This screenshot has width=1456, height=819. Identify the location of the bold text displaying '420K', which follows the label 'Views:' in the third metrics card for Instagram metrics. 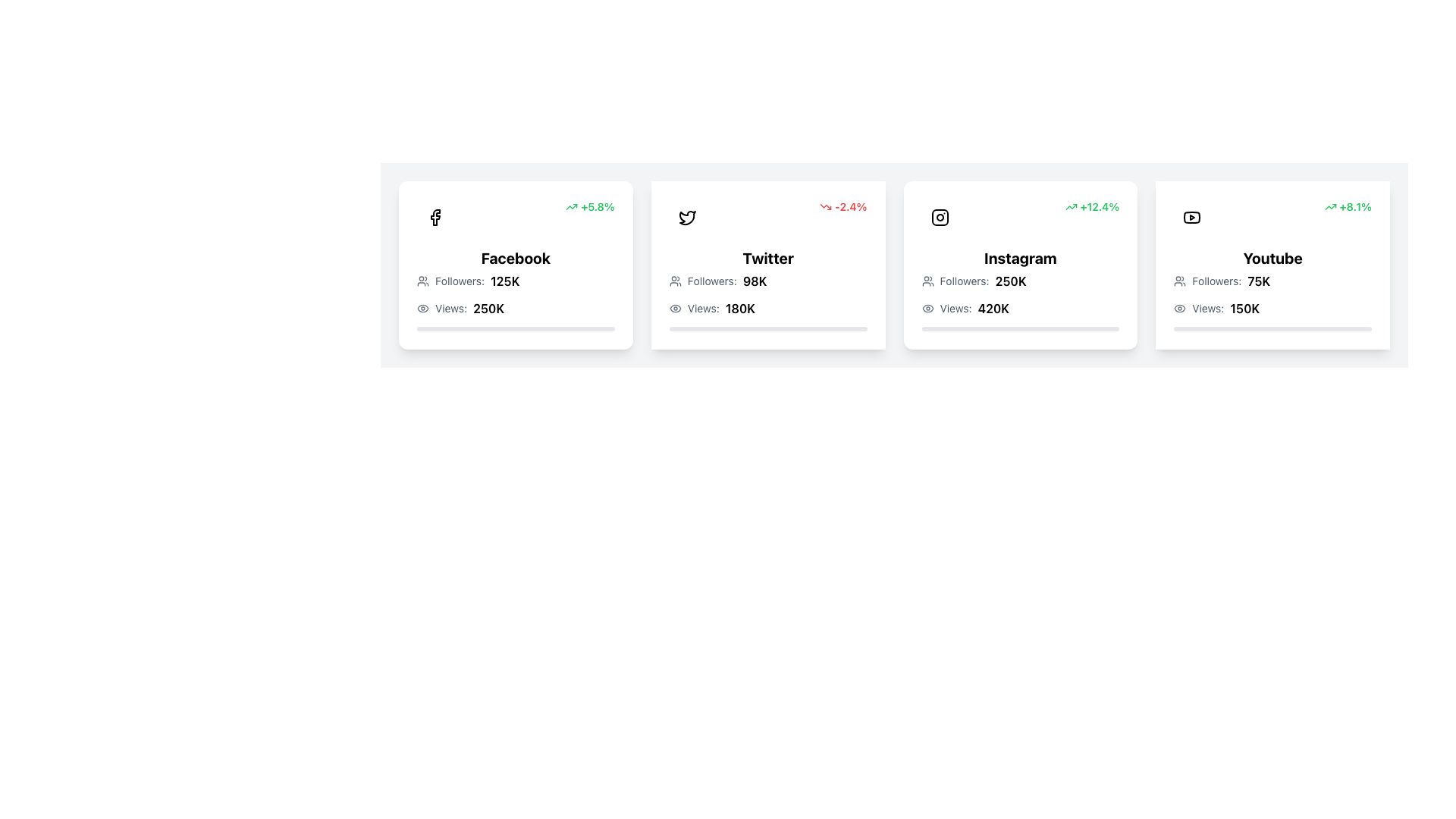
(993, 308).